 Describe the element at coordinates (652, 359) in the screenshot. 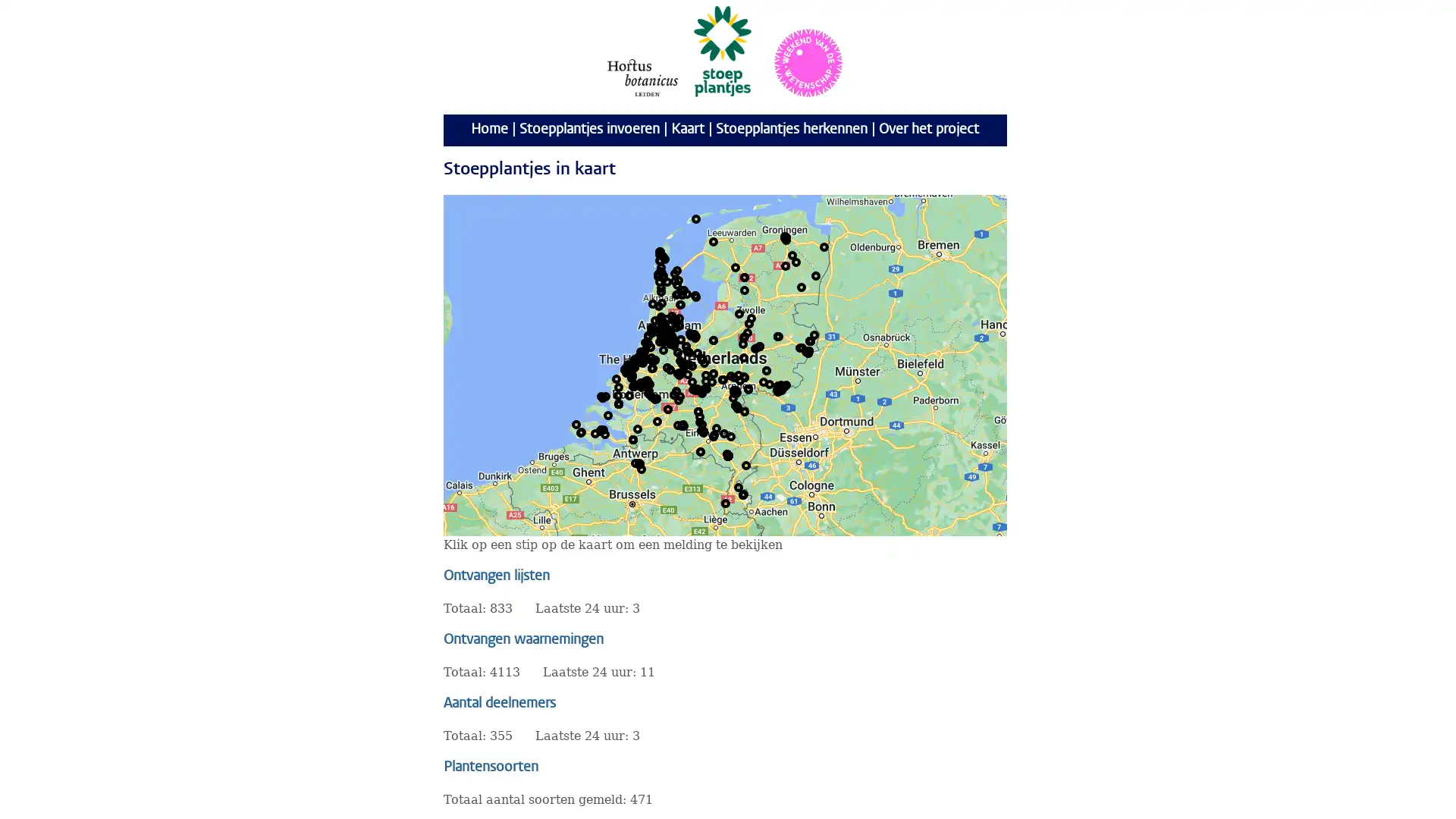

I see `Telling van Daphne op 23 mei 2022` at that location.